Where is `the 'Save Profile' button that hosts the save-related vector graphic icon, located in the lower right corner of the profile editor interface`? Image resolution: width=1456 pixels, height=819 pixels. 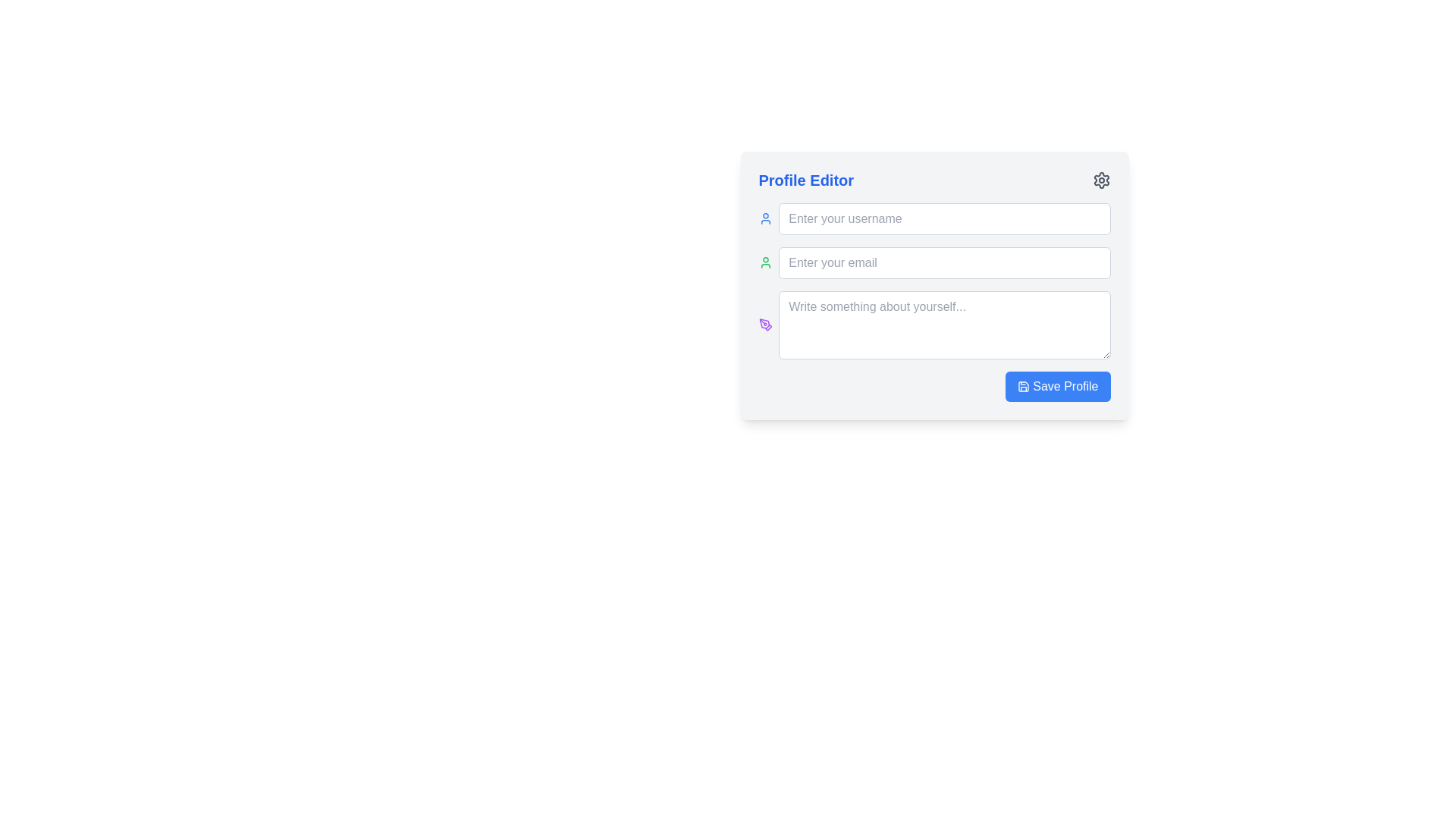
the 'Save Profile' button that hosts the save-related vector graphic icon, located in the lower right corner of the profile editor interface is located at coordinates (1024, 385).